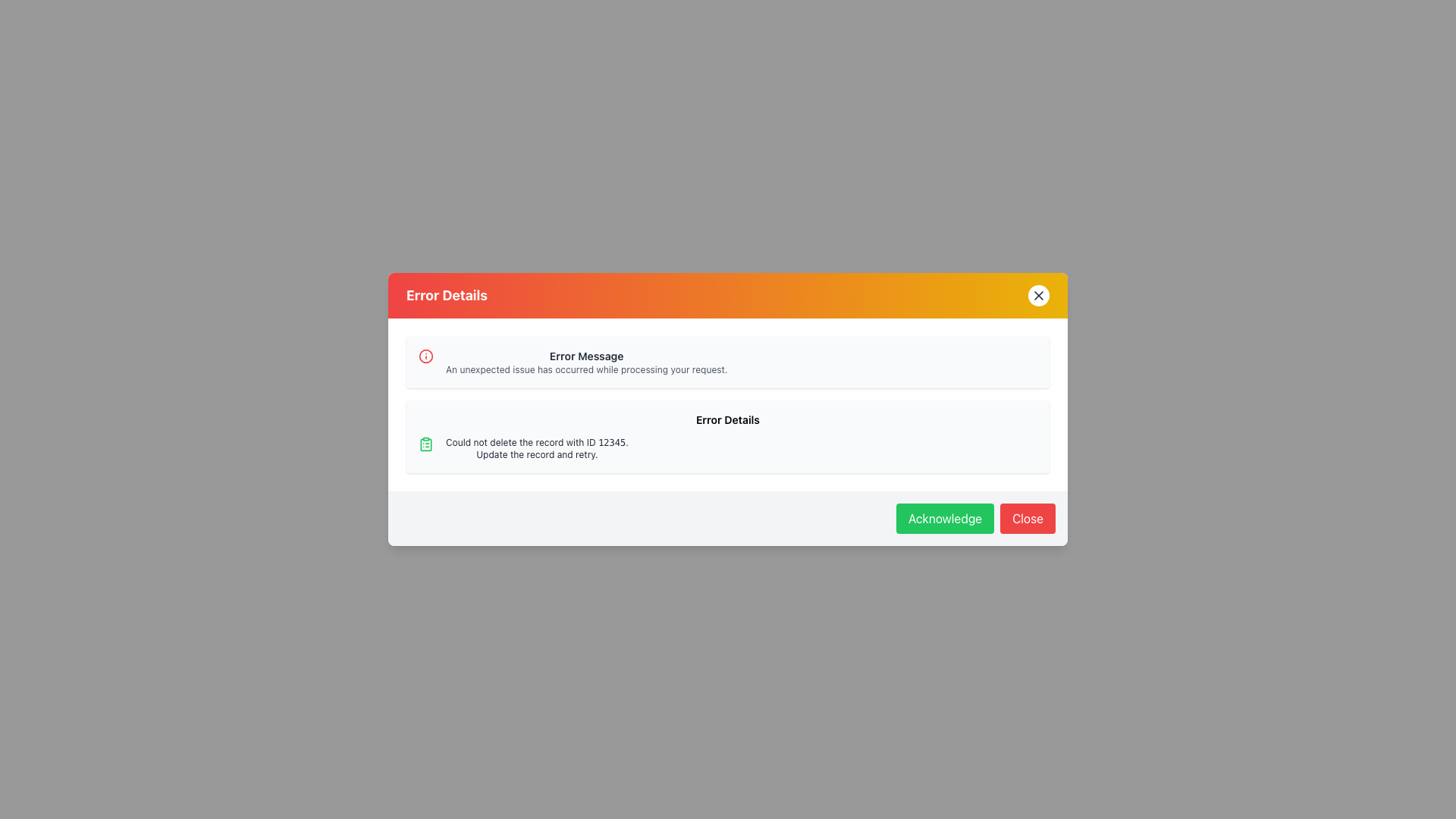  Describe the element at coordinates (612, 442) in the screenshot. I see `the text displaying the numerical value '12345' within the error details modal, which is part of the message 'Could not delete the record with ID 12345.'` at that location.